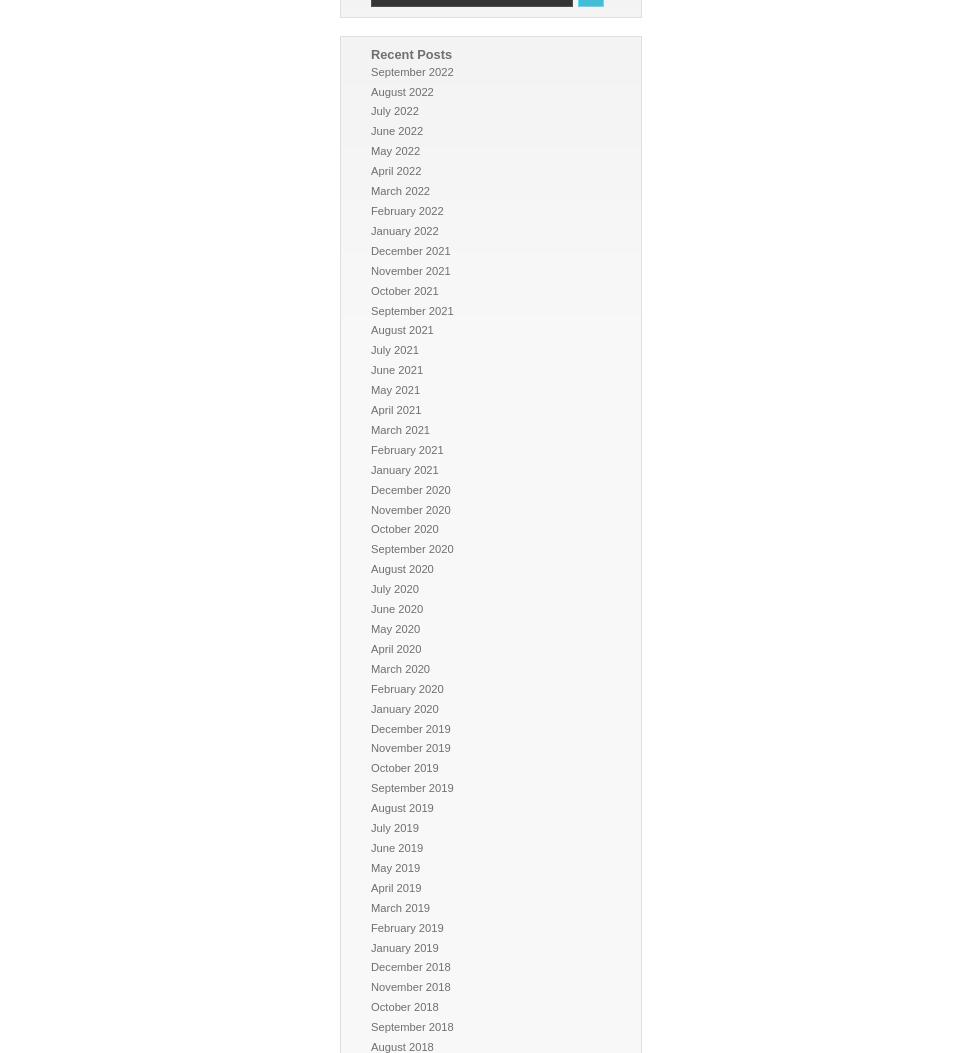 This screenshot has height=1053, width=960. What do you see at coordinates (406, 209) in the screenshot?
I see `'February 2022'` at bounding box center [406, 209].